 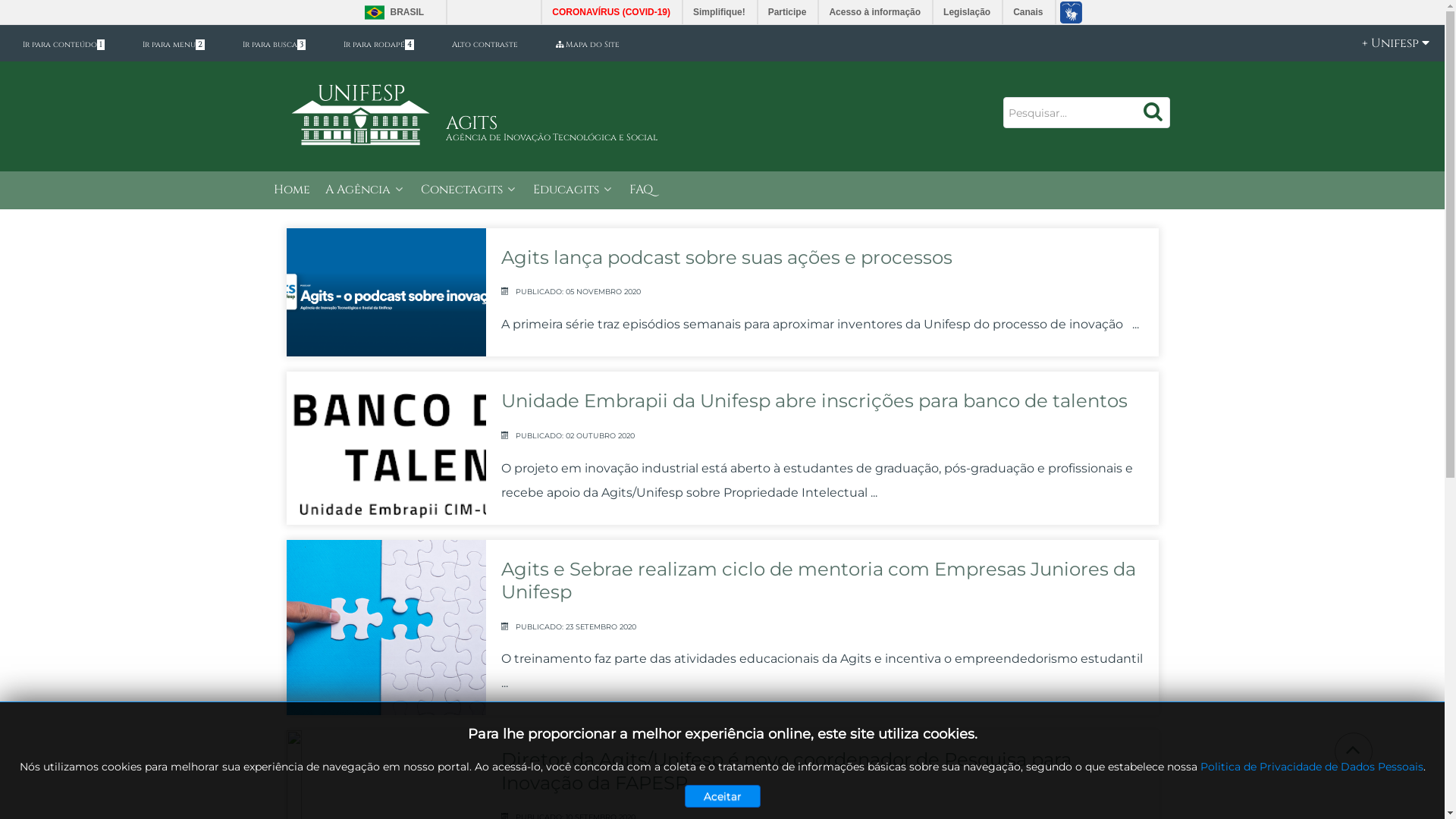 I want to click on 'Participe', so click(x=788, y=11).